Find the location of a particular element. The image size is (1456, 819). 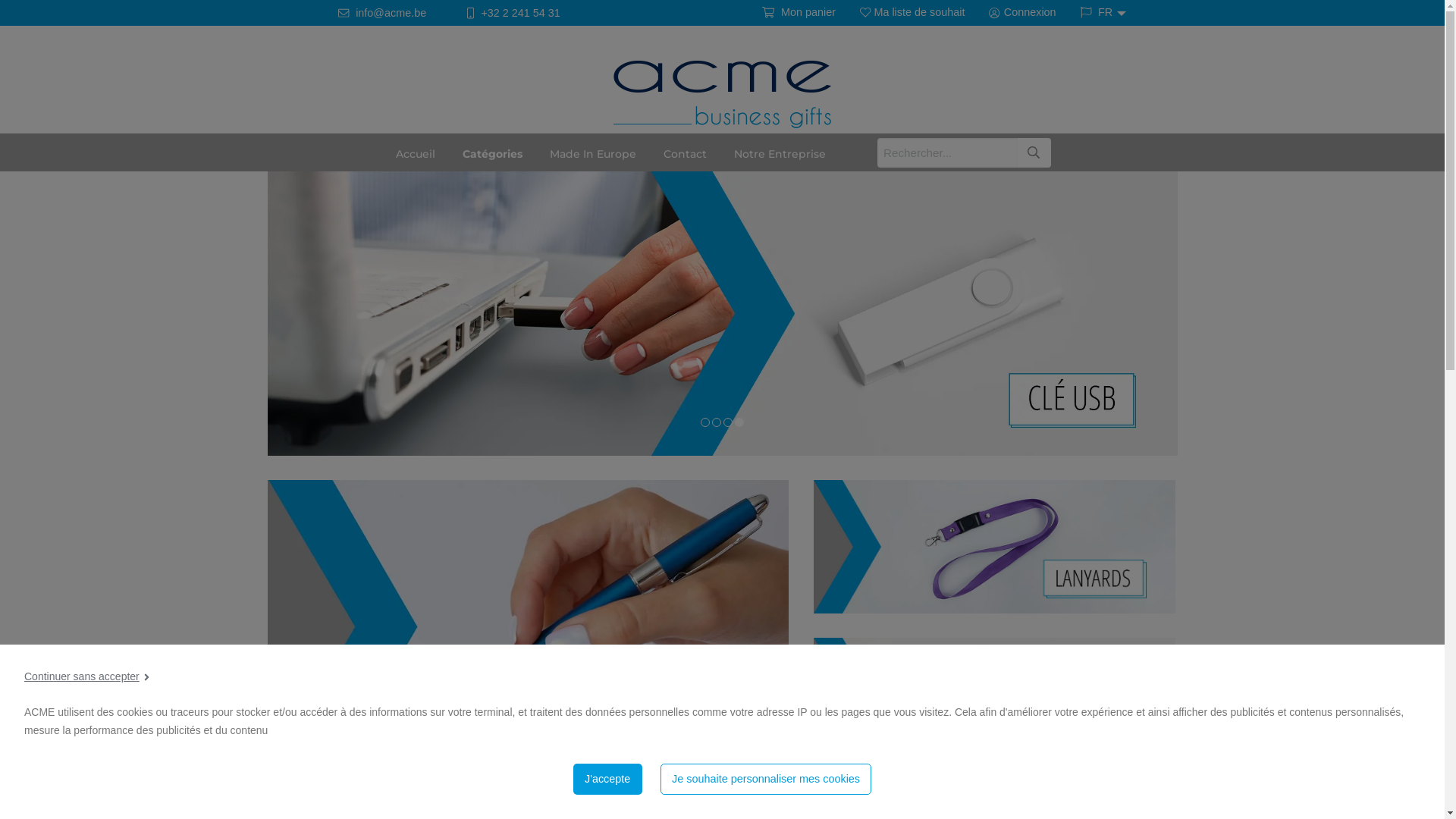

'FR' is located at coordinates (1099, 11).